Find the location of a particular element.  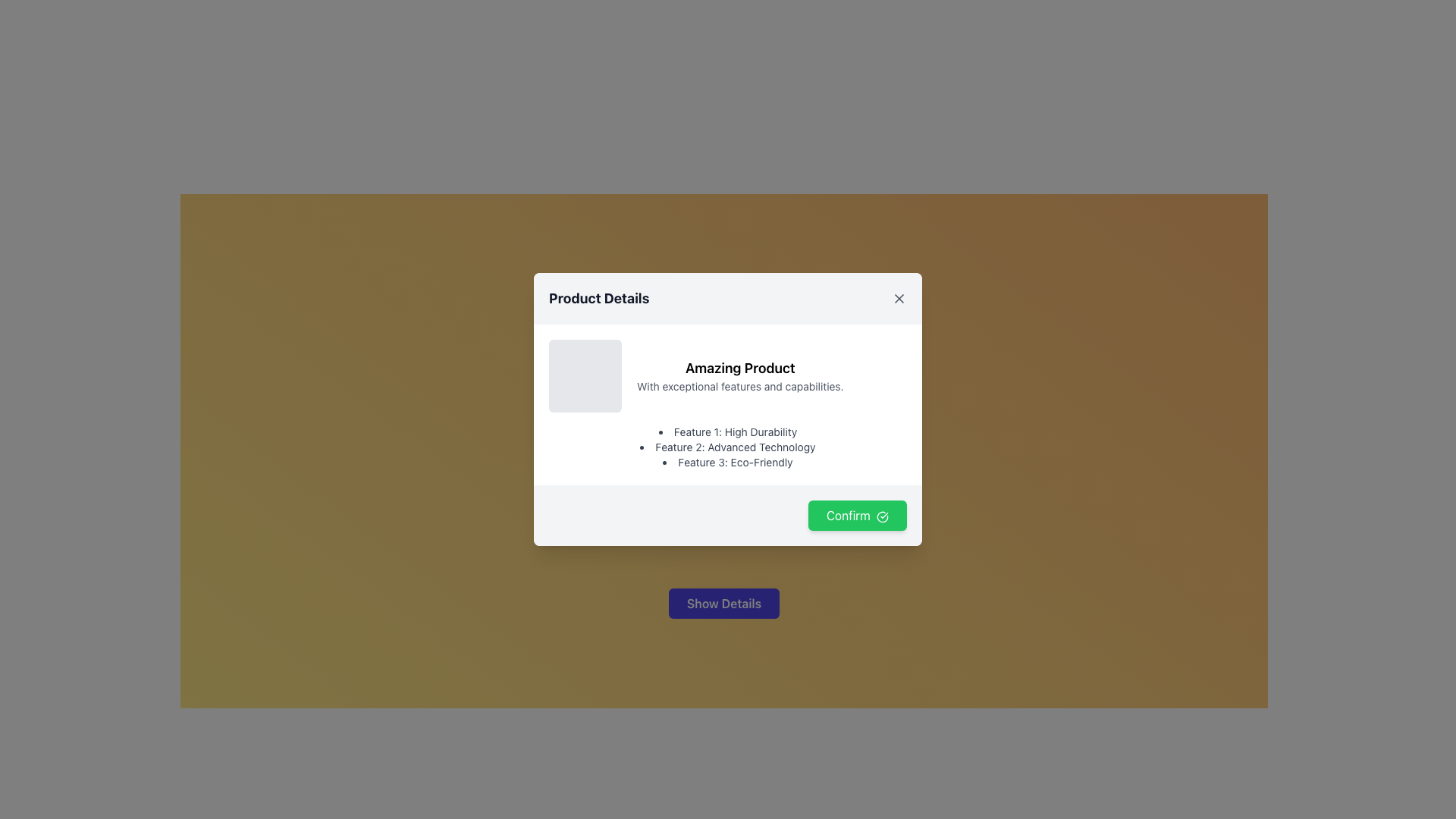

the 'Show Details' button, which is a rectangular button with a dark indigo background and white text is located at coordinates (723, 602).